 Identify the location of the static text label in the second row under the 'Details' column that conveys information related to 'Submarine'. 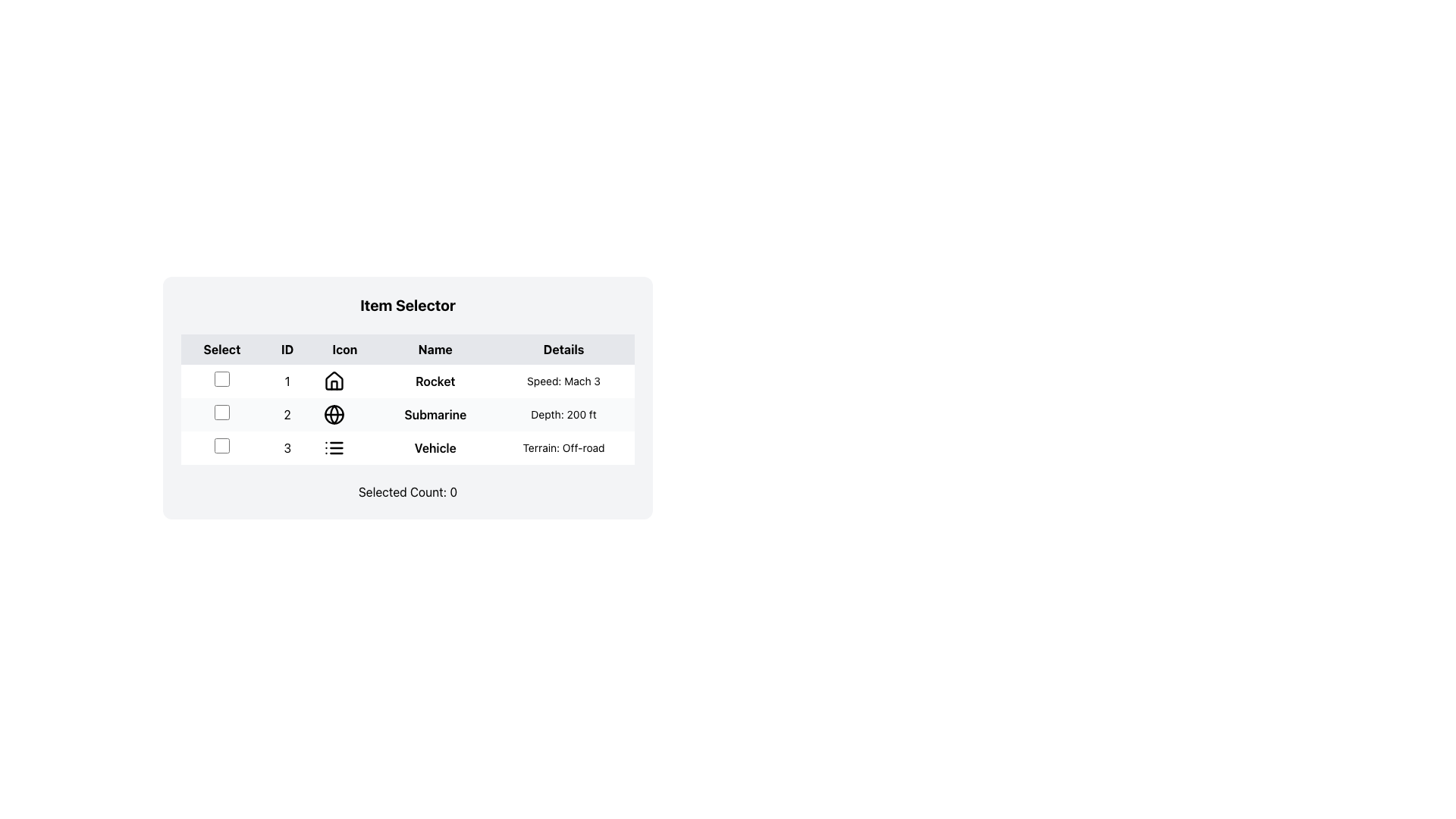
(563, 415).